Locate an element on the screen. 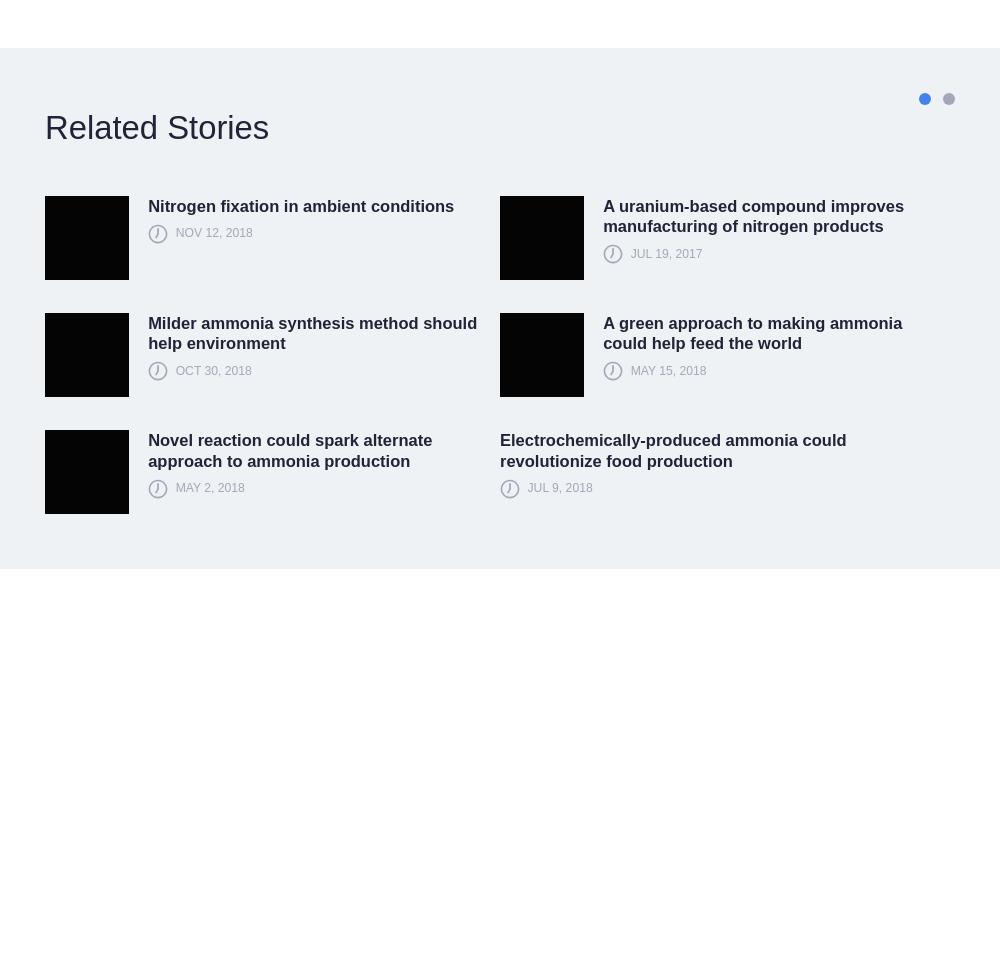 Image resolution: width=1000 pixels, height=967 pixels. 'Nov 12, 2018' is located at coordinates (212, 233).